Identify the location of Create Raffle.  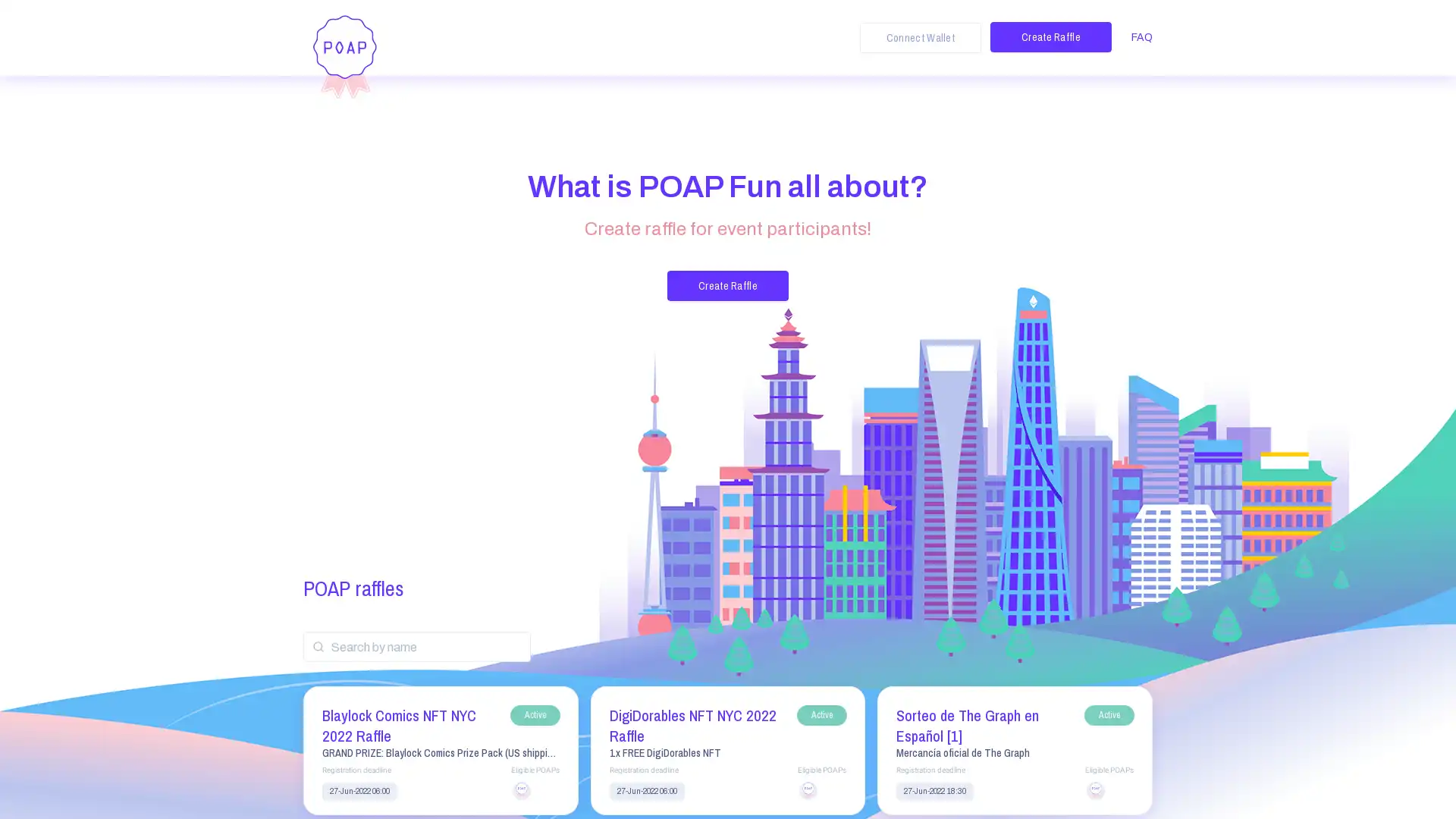
(728, 286).